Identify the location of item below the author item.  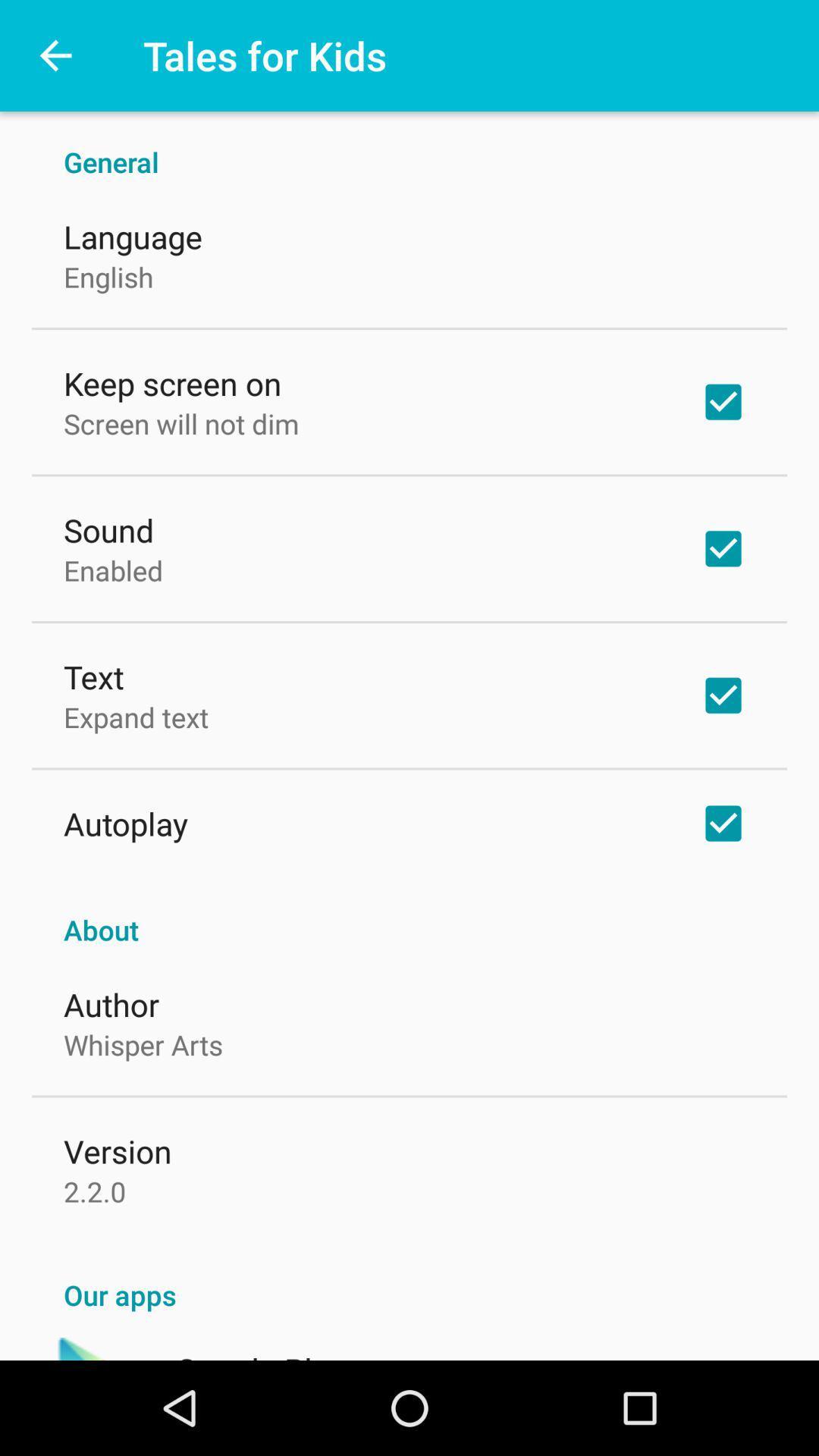
(143, 1043).